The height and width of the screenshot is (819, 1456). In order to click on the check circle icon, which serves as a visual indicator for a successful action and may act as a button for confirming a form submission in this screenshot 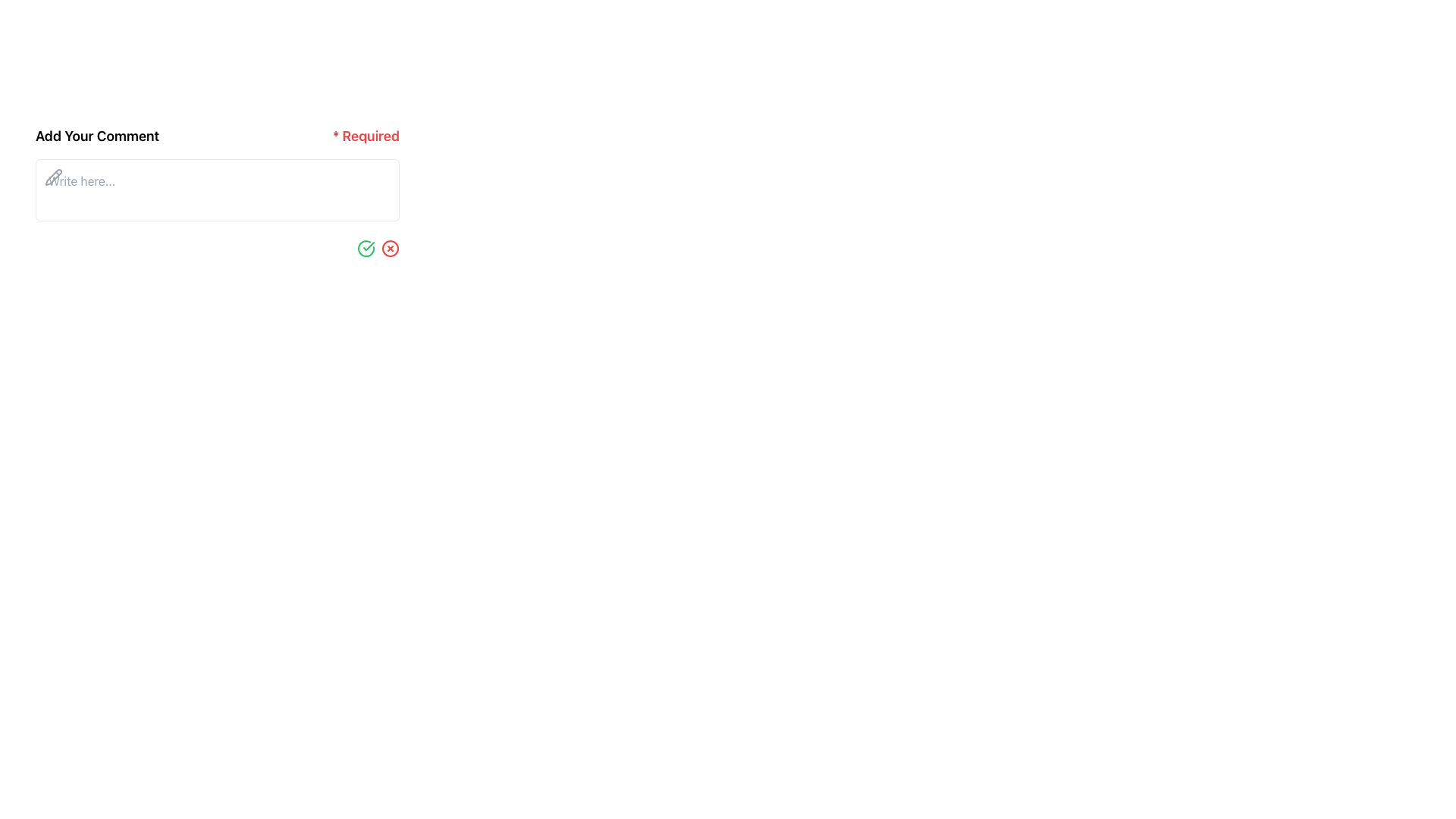, I will do `click(366, 247)`.